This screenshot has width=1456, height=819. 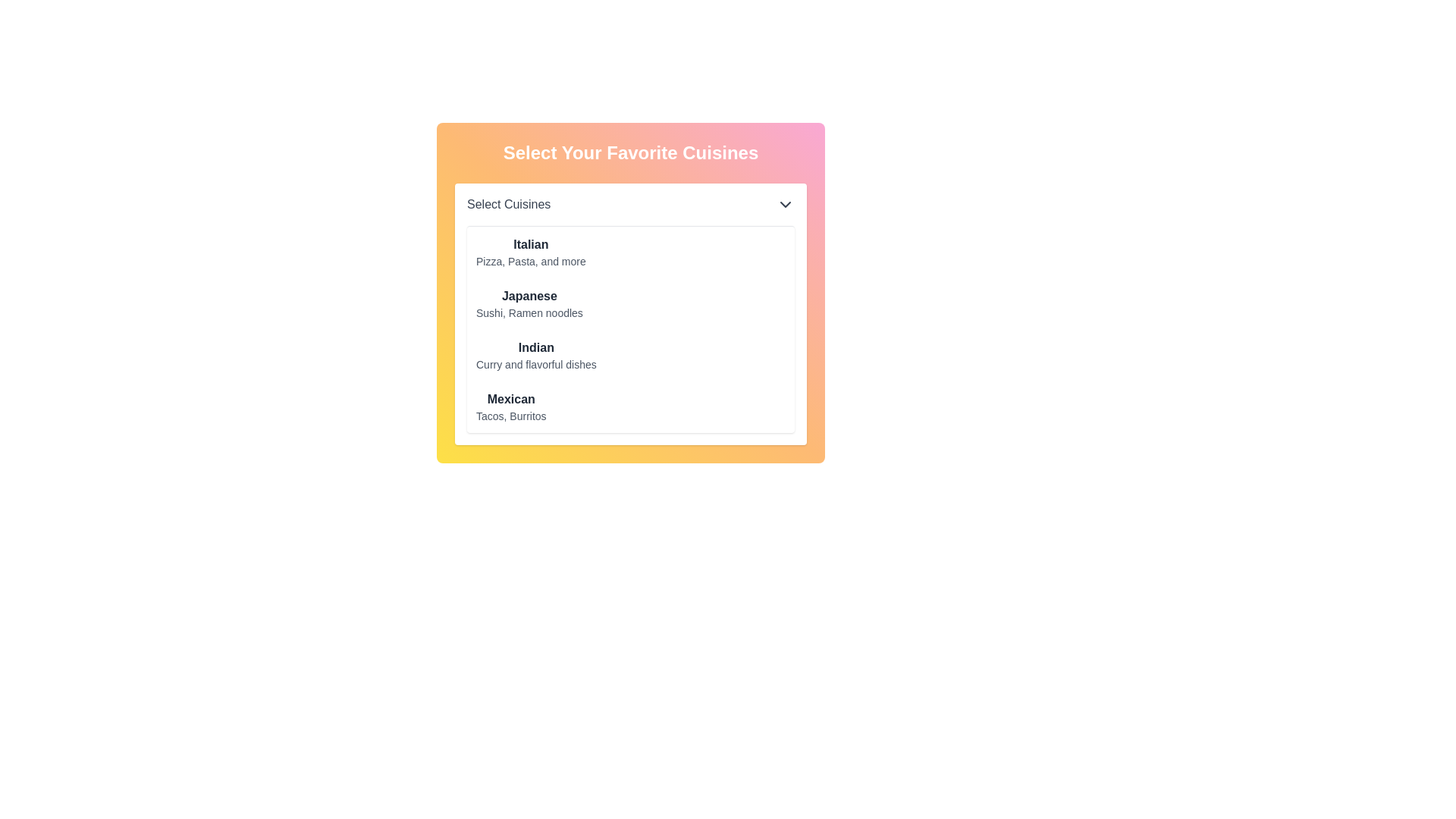 I want to click on the 'Indian' cuisine option in the dropdown list under the 'Select Cuisines' section, so click(x=536, y=356).